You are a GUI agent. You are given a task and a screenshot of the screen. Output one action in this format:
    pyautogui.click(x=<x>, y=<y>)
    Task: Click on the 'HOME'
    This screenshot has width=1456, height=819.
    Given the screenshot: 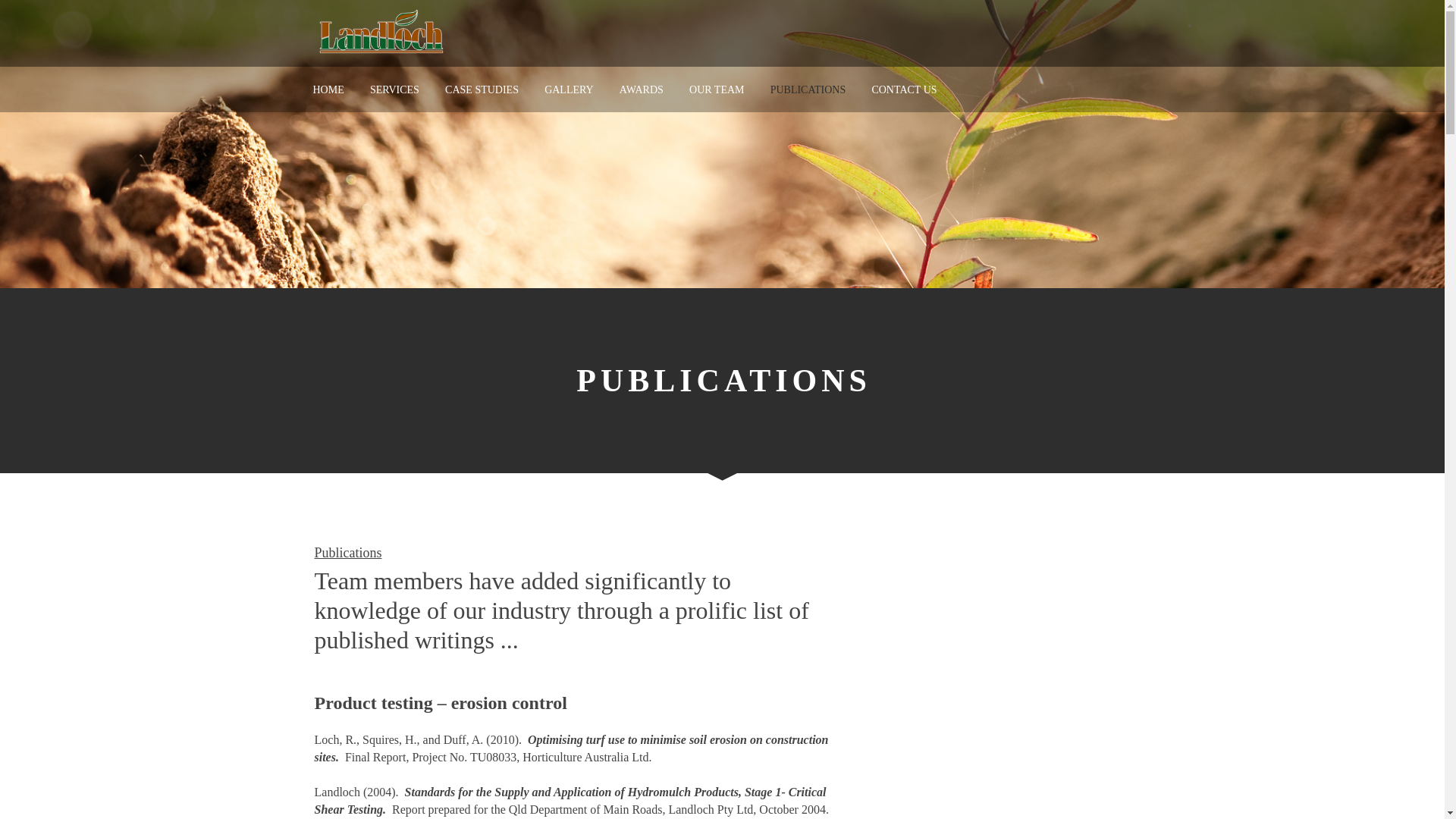 What is the action you would take?
    pyautogui.click(x=312, y=89)
    